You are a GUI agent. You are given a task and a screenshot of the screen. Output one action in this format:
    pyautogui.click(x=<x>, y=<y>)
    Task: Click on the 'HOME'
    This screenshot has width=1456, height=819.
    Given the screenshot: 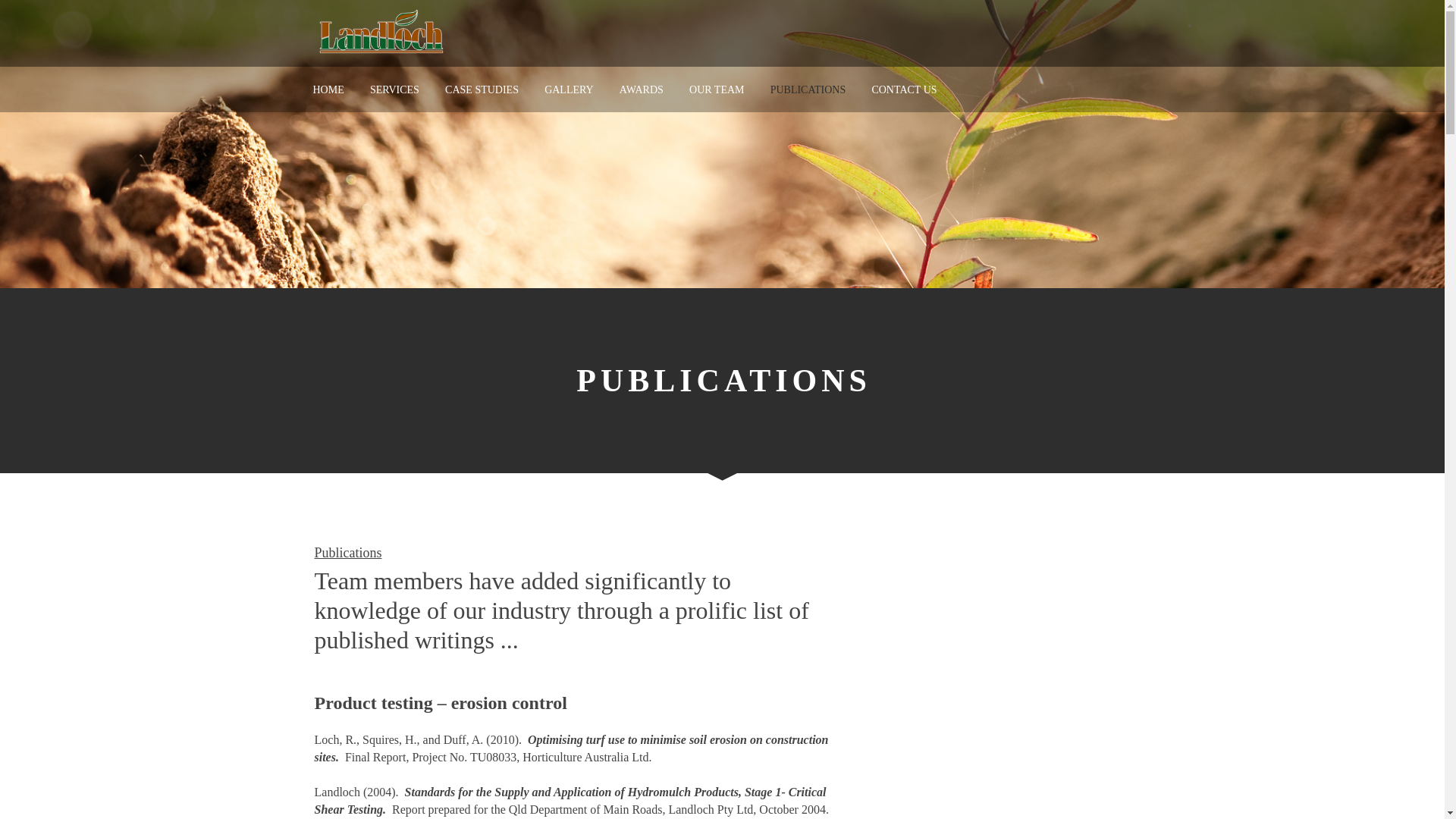 What is the action you would take?
    pyautogui.click(x=312, y=89)
    